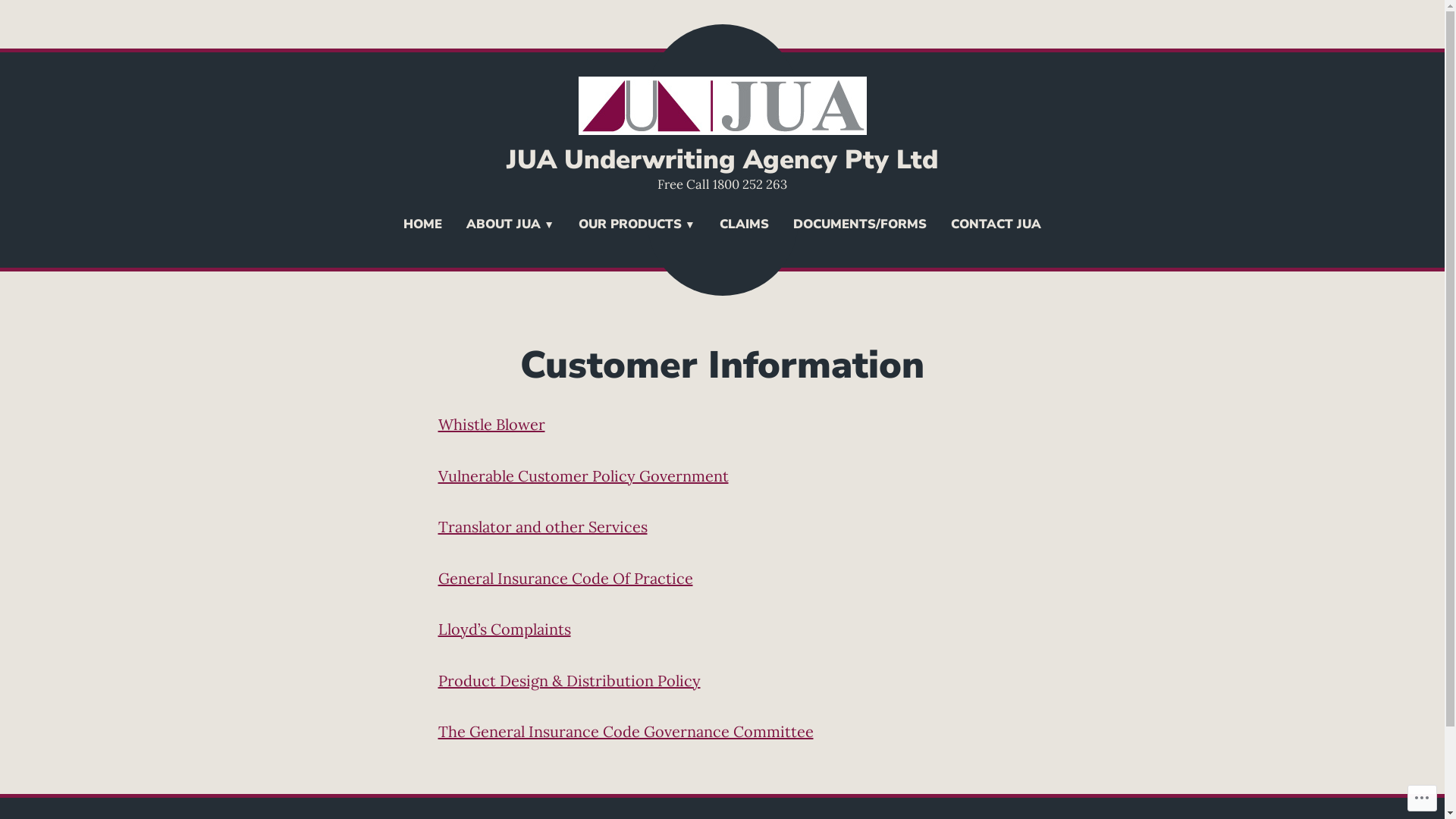 This screenshot has width=1456, height=819. What do you see at coordinates (568, 679) in the screenshot?
I see `'Product Design & Distribution Policy'` at bounding box center [568, 679].